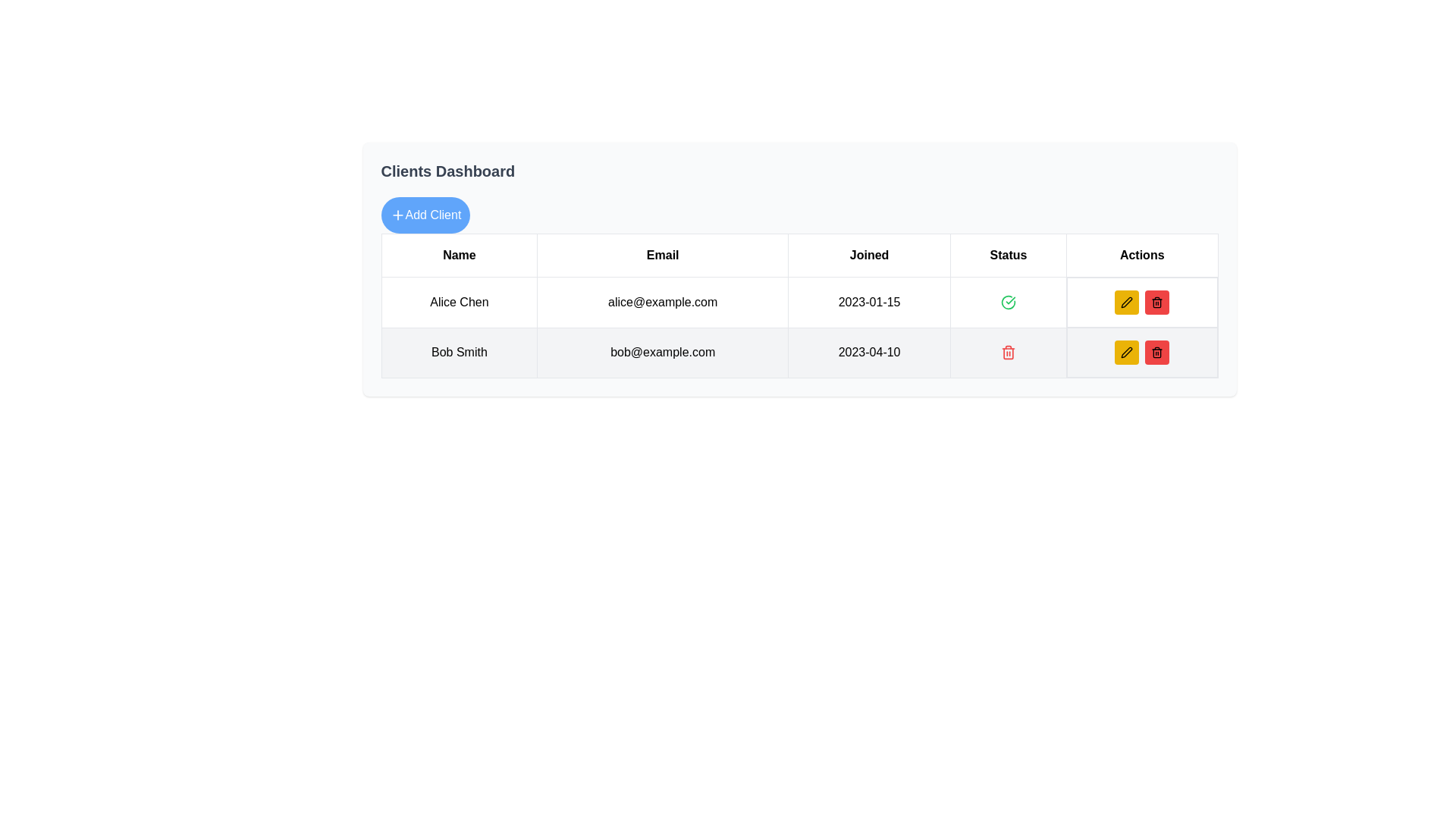 Image resolution: width=1456 pixels, height=819 pixels. What do you see at coordinates (869, 353) in the screenshot?
I see `the static text element displaying the join date in the third column of the second row of the table` at bounding box center [869, 353].